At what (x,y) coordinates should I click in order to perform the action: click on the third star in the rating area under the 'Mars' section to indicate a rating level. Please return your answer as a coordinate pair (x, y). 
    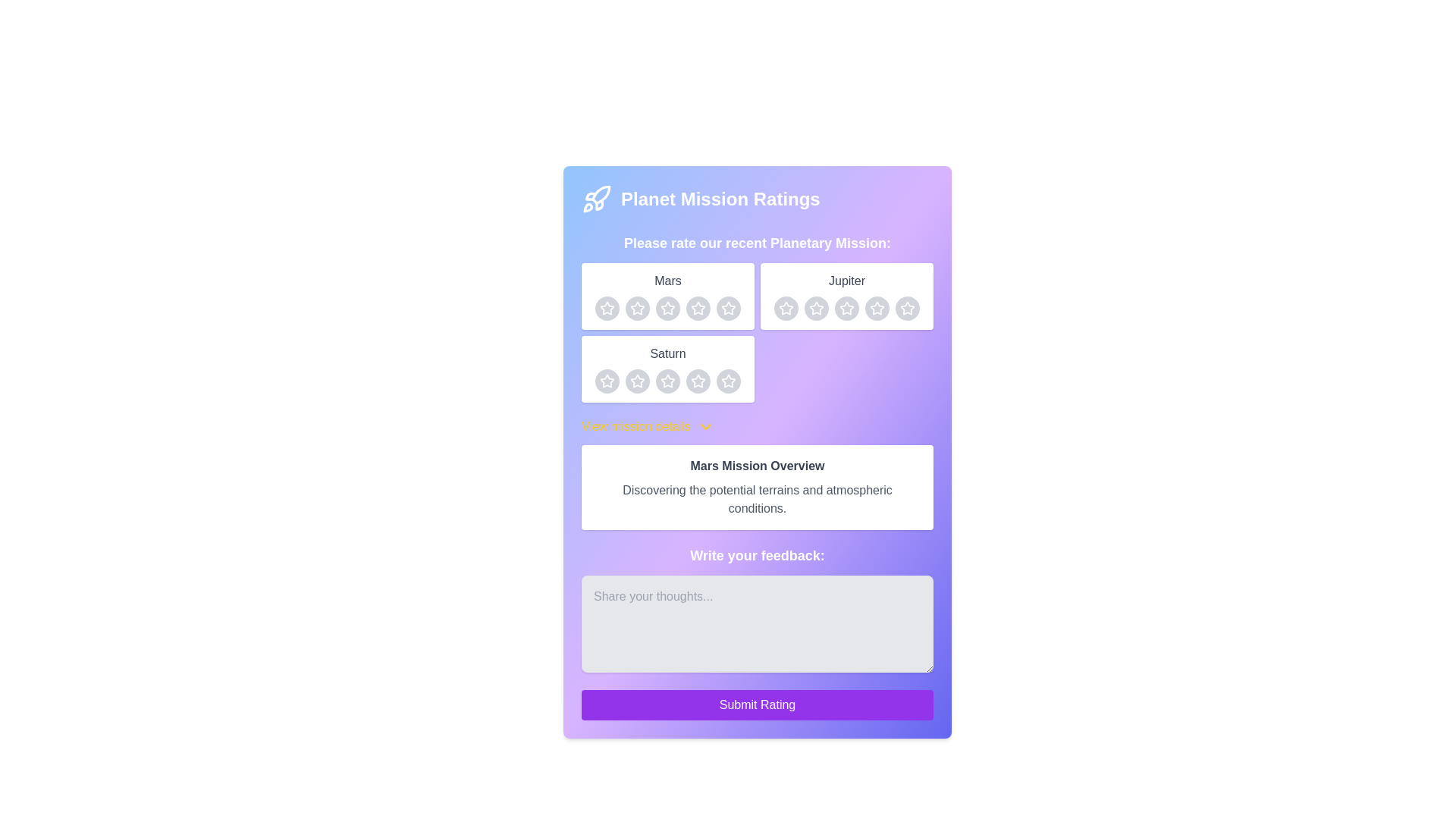
    Looking at the image, I should click on (728, 307).